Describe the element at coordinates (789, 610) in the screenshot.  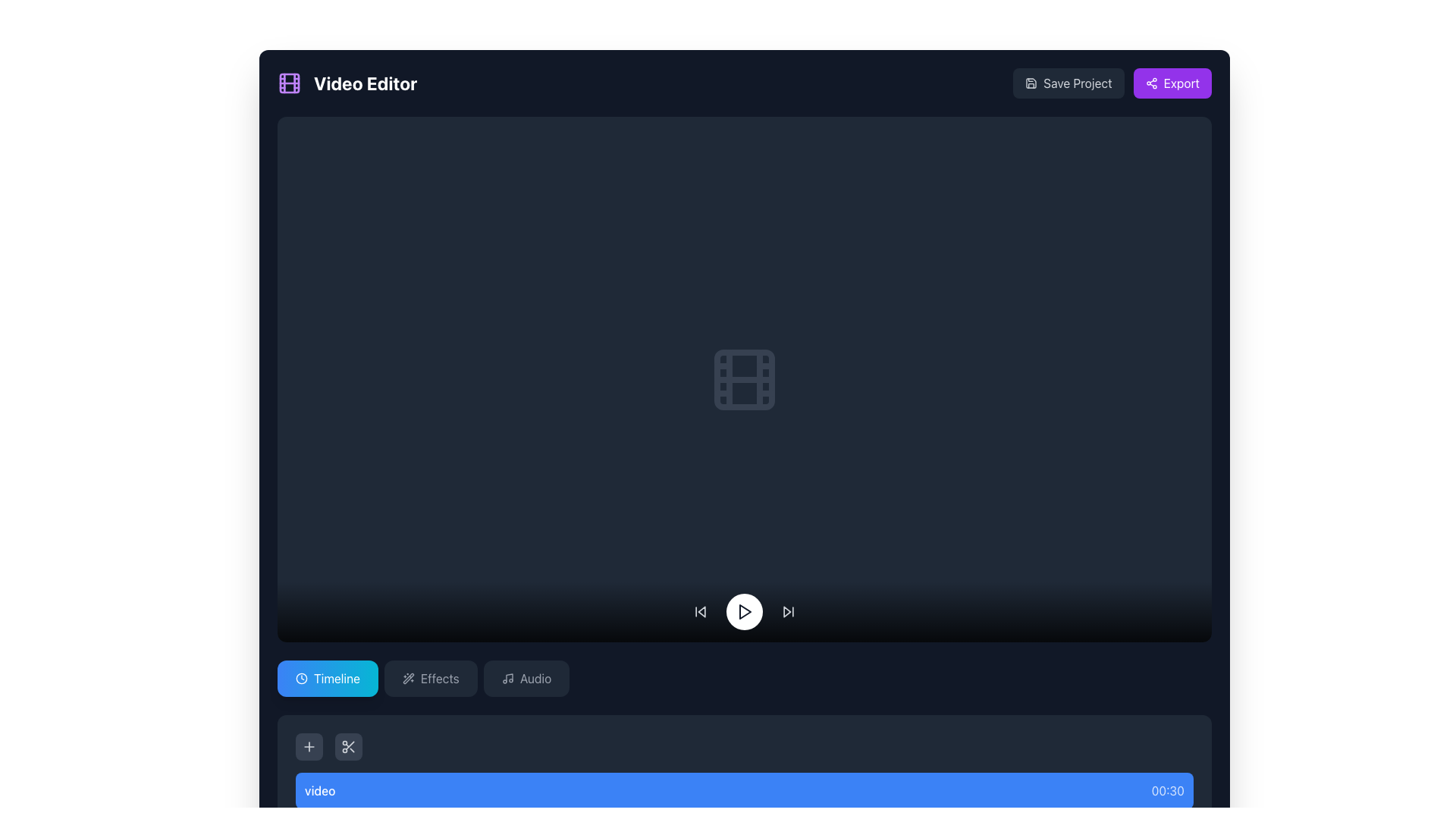
I see `the 'skip forward' button located to the right of the central 'play' button at the bottom middle of the interface` at that location.